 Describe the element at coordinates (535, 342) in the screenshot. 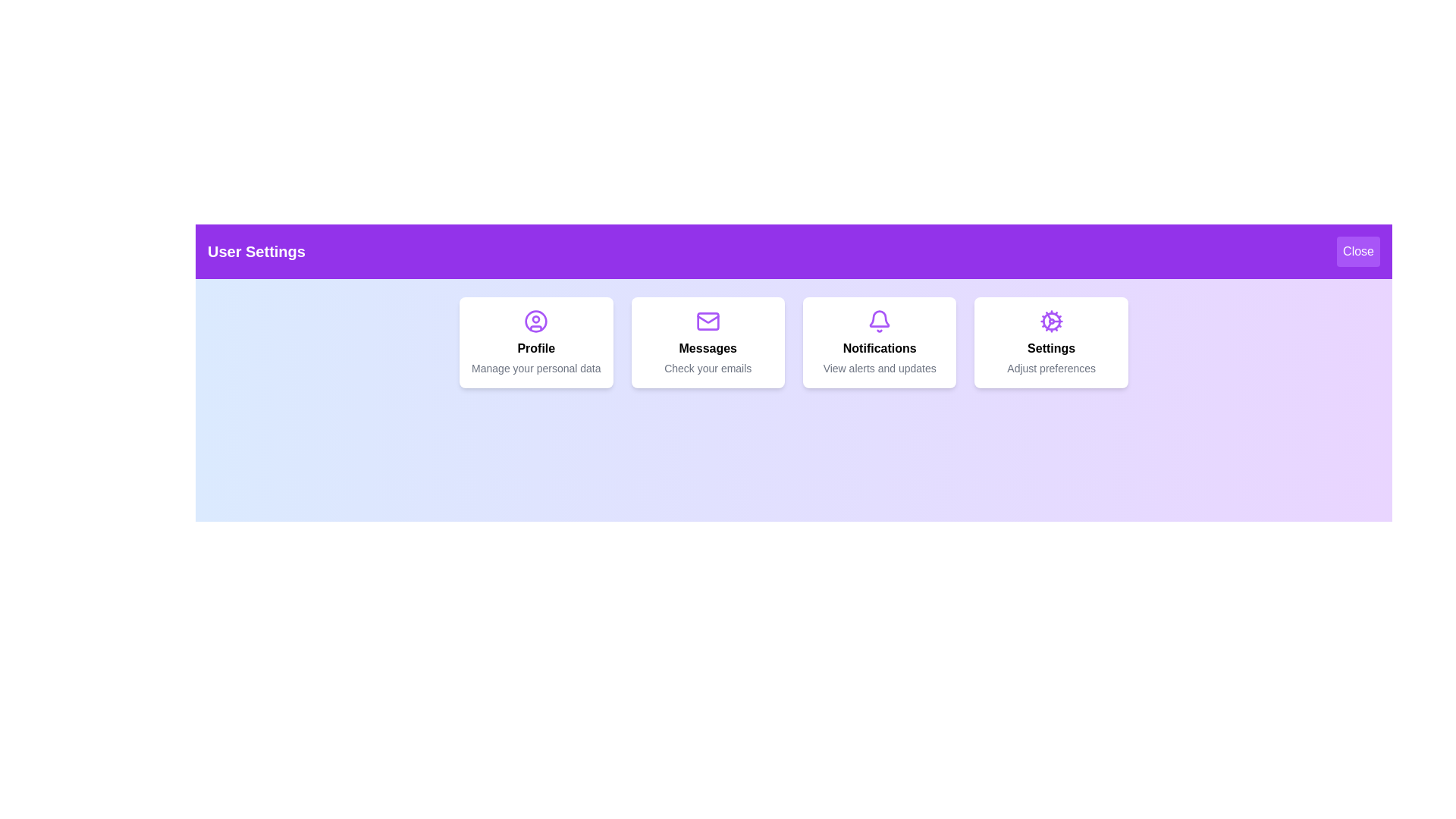

I see `the Profile menu item to navigate to the respective section` at that location.